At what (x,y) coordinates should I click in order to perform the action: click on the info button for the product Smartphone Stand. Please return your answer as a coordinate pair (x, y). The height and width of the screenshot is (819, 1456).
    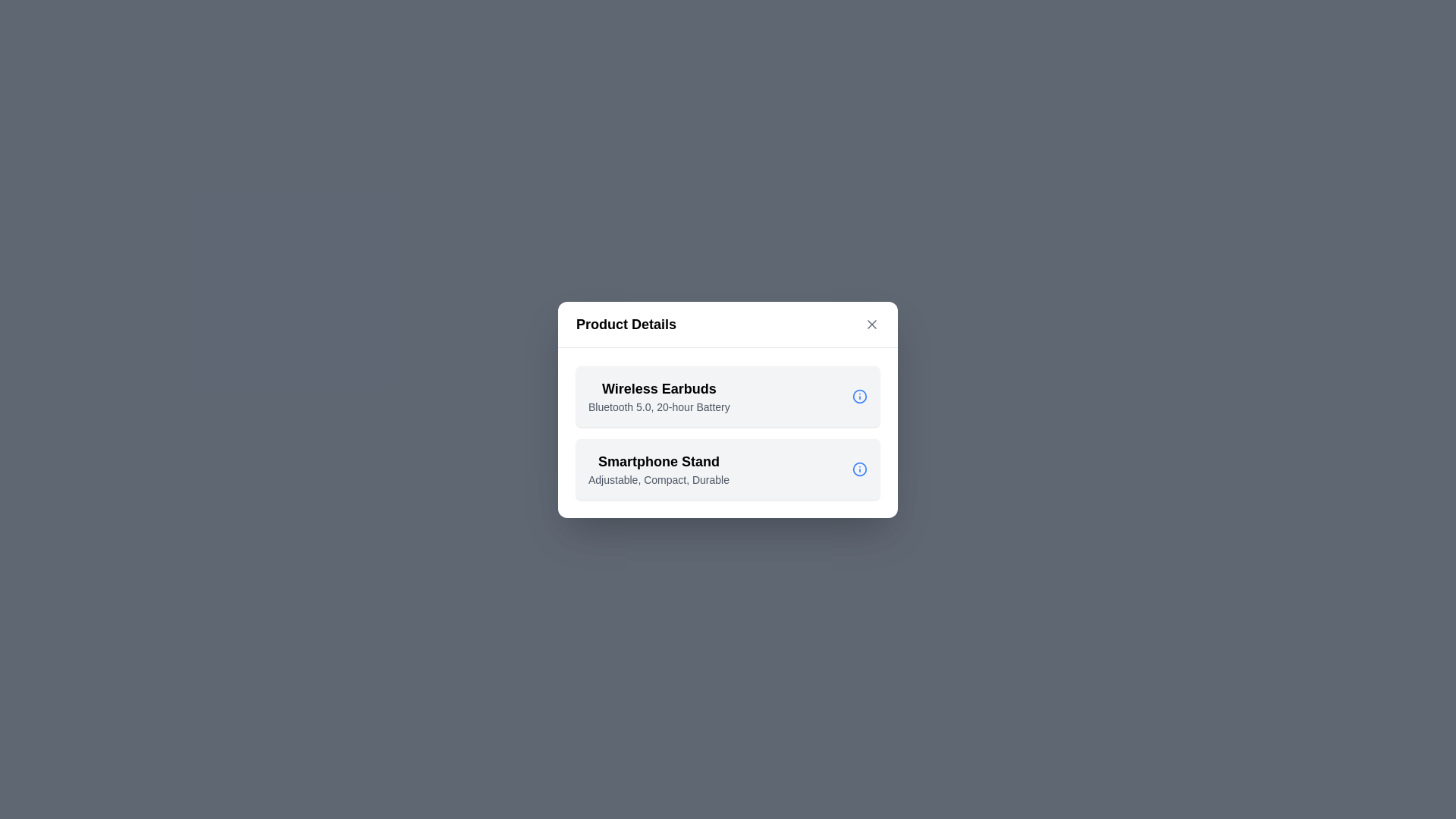
    Looking at the image, I should click on (859, 468).